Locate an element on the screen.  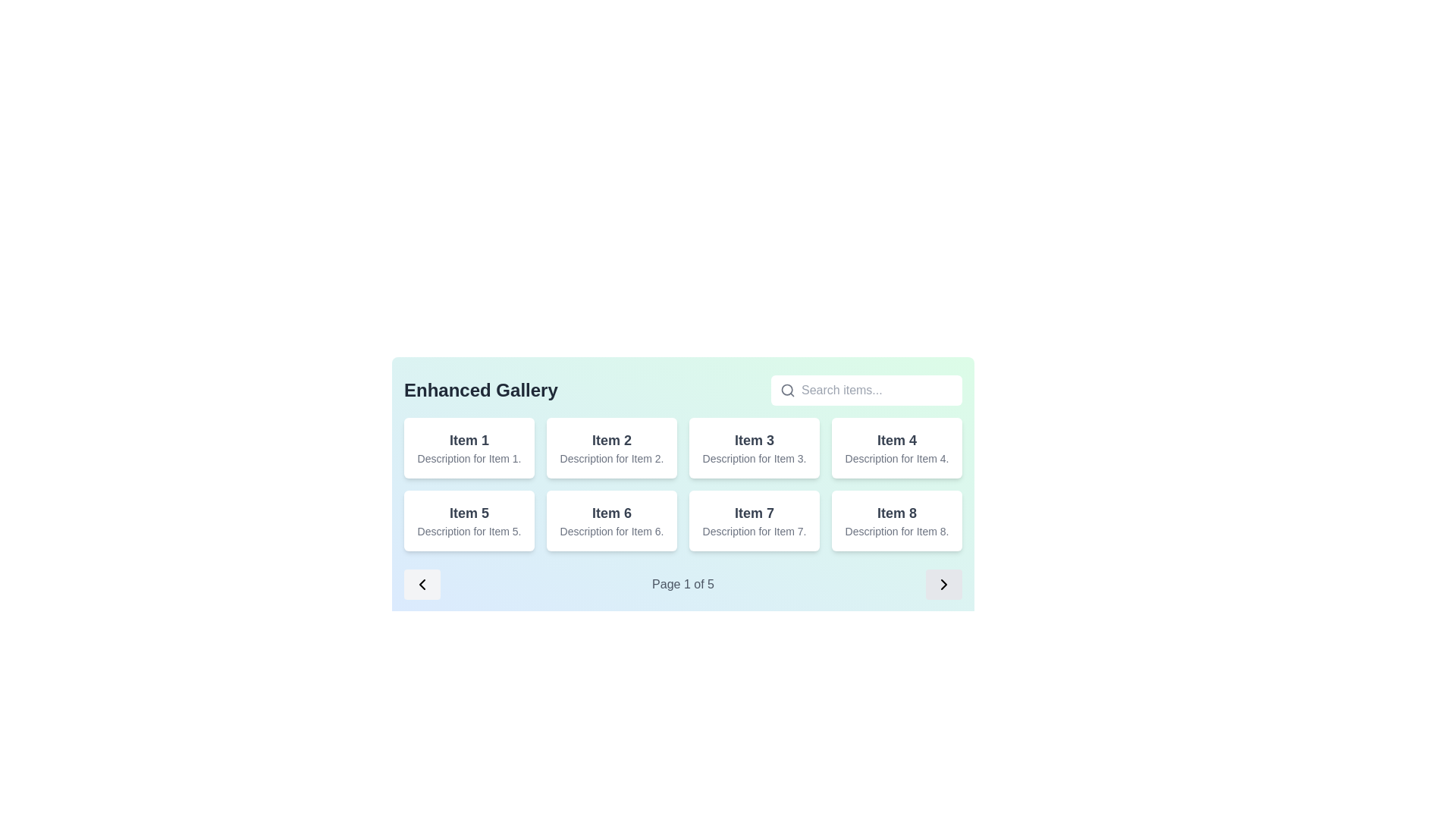
the Card element titled 'Item 4' with a description 'Description for Item 4.' located in the top-right corner of the grid layout is located at coordinates (896, 447).